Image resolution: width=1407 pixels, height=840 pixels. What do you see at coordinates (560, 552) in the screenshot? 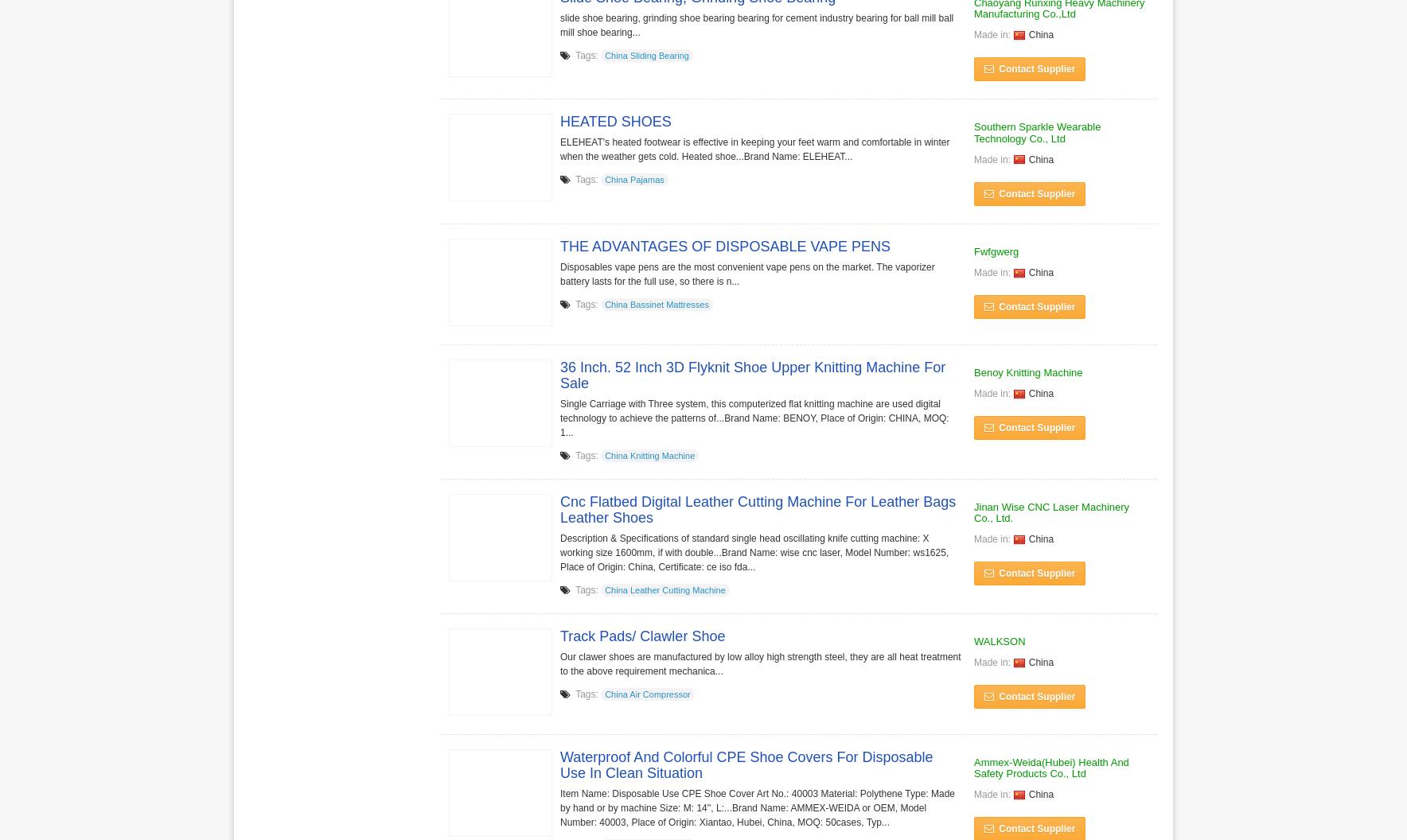
I see `'Description & Specifications of standard single head oscillating knife cutting machine:
X working size 1600mm, if with double...Brand Name: wise cnc laser, Model Number: ws1625, Place of Origin: China, Certificate: ce iso fda...'` at bounding box center [560, 552].